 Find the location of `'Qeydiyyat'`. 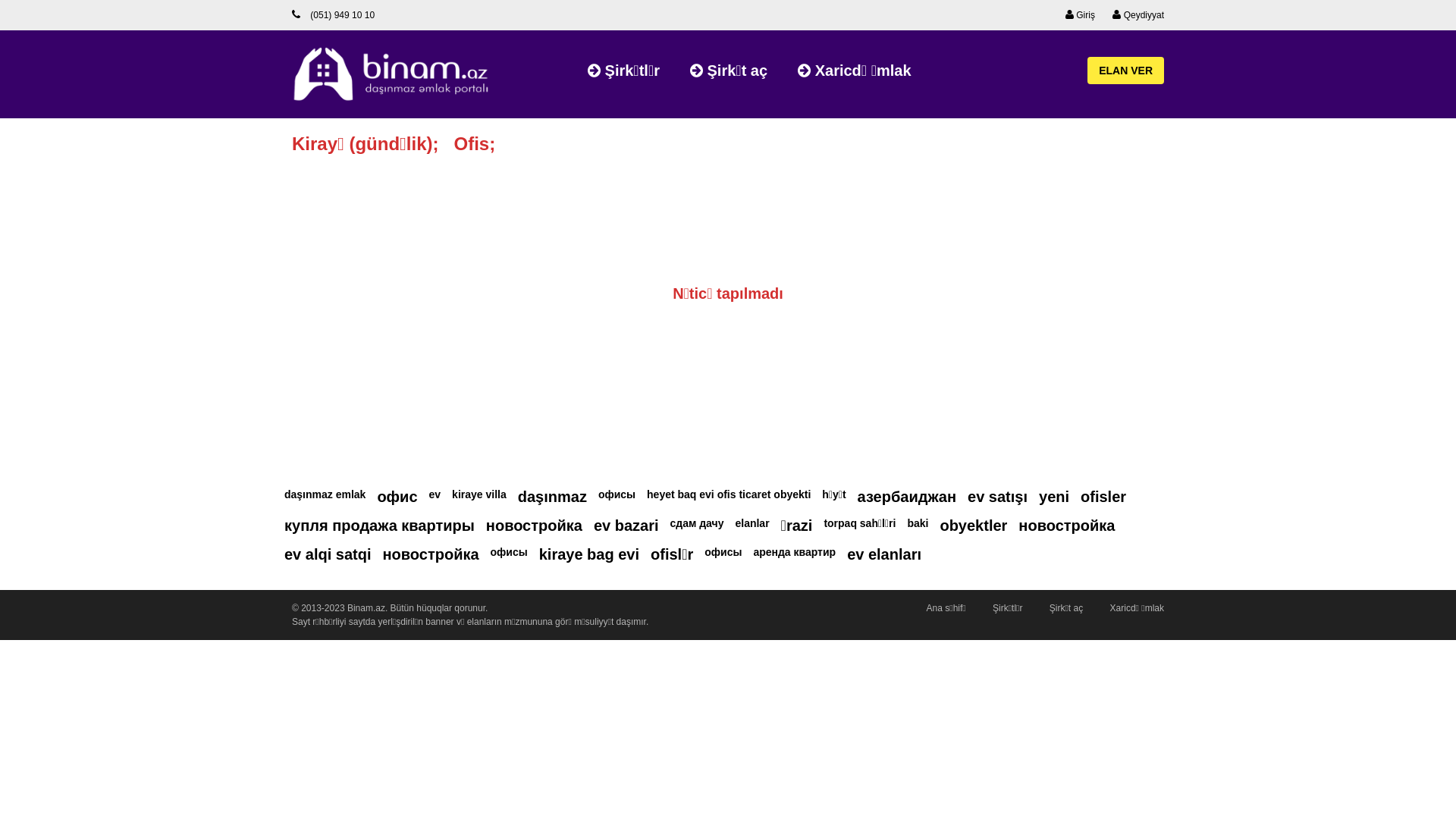

'Qeydiyyat' is located at coordinates (1112, 14).